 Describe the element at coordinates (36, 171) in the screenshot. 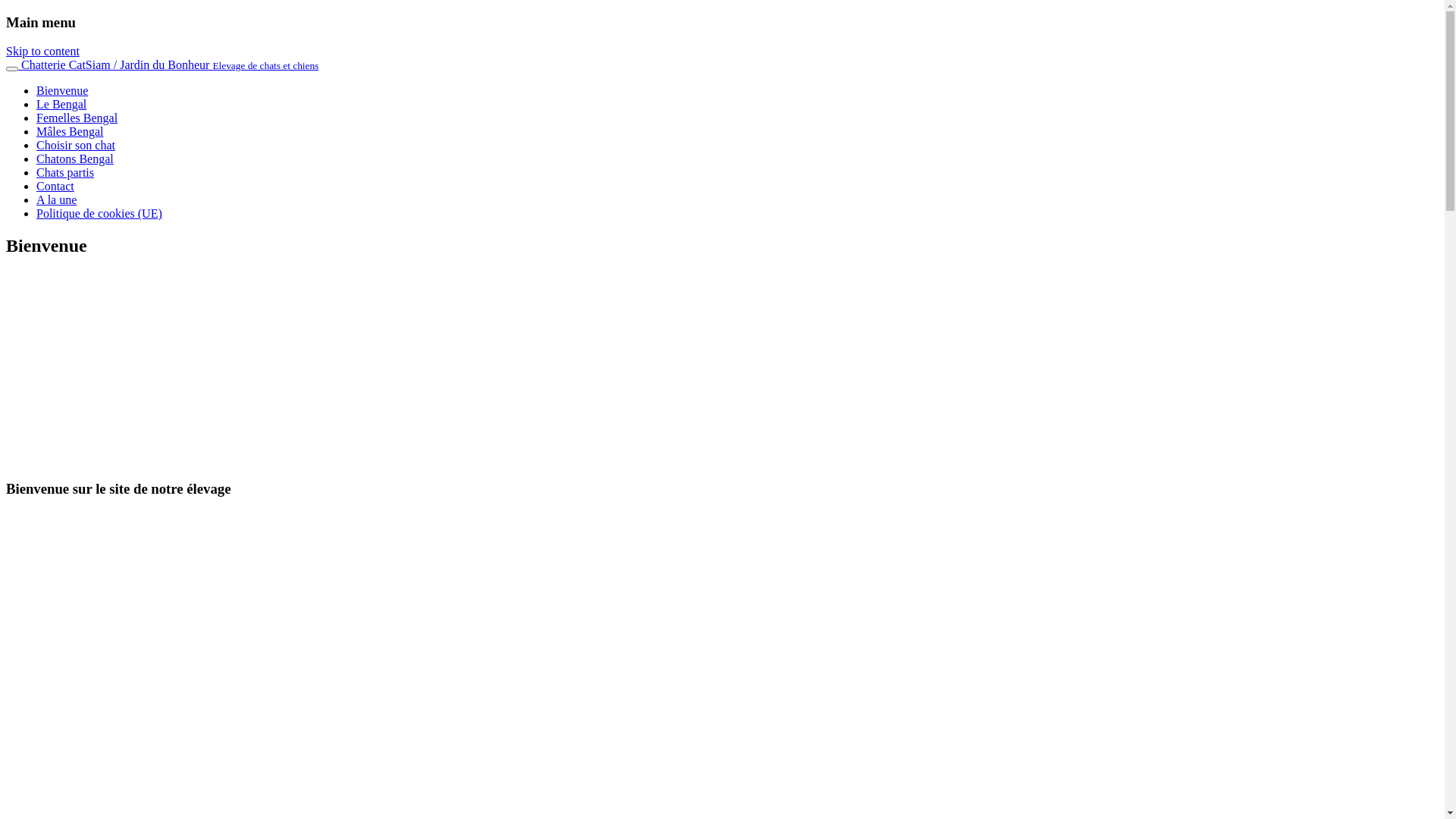

I see `'Chats partis'` at that location.